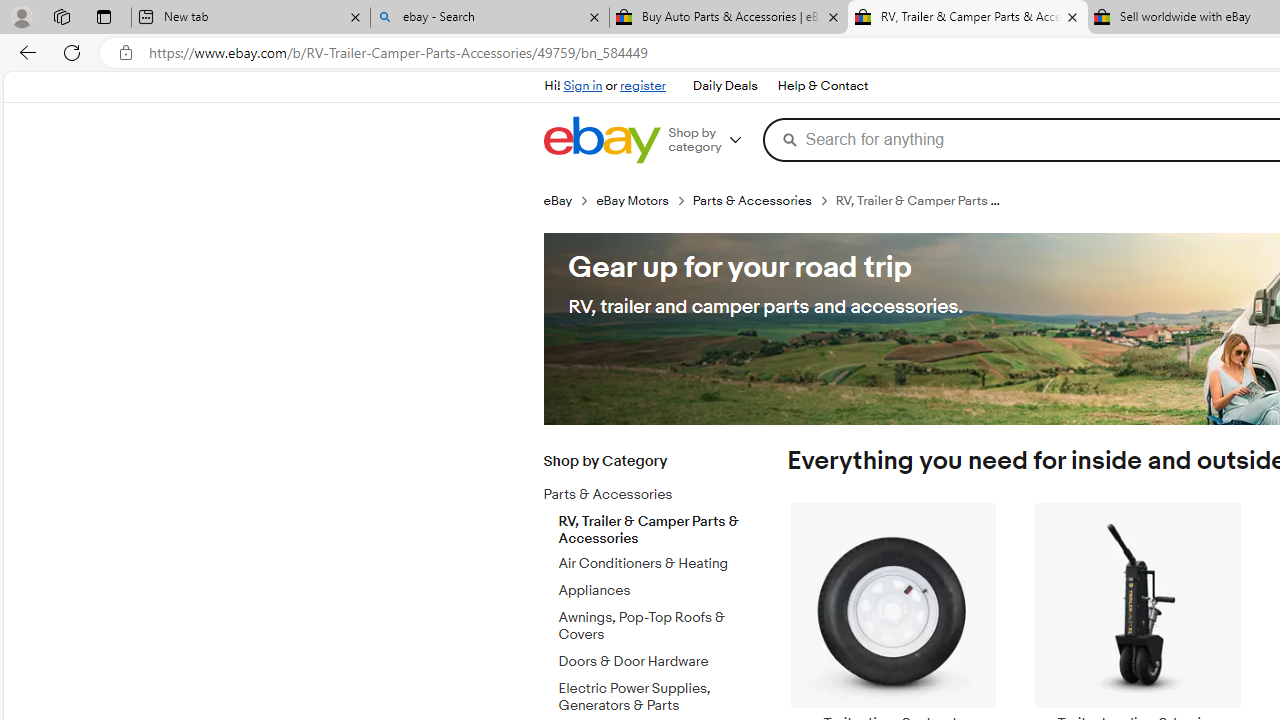  What do you see at coordinates (249, 17) in the screenshot?
I see `'New tab'` at bounding box center [249, 17].